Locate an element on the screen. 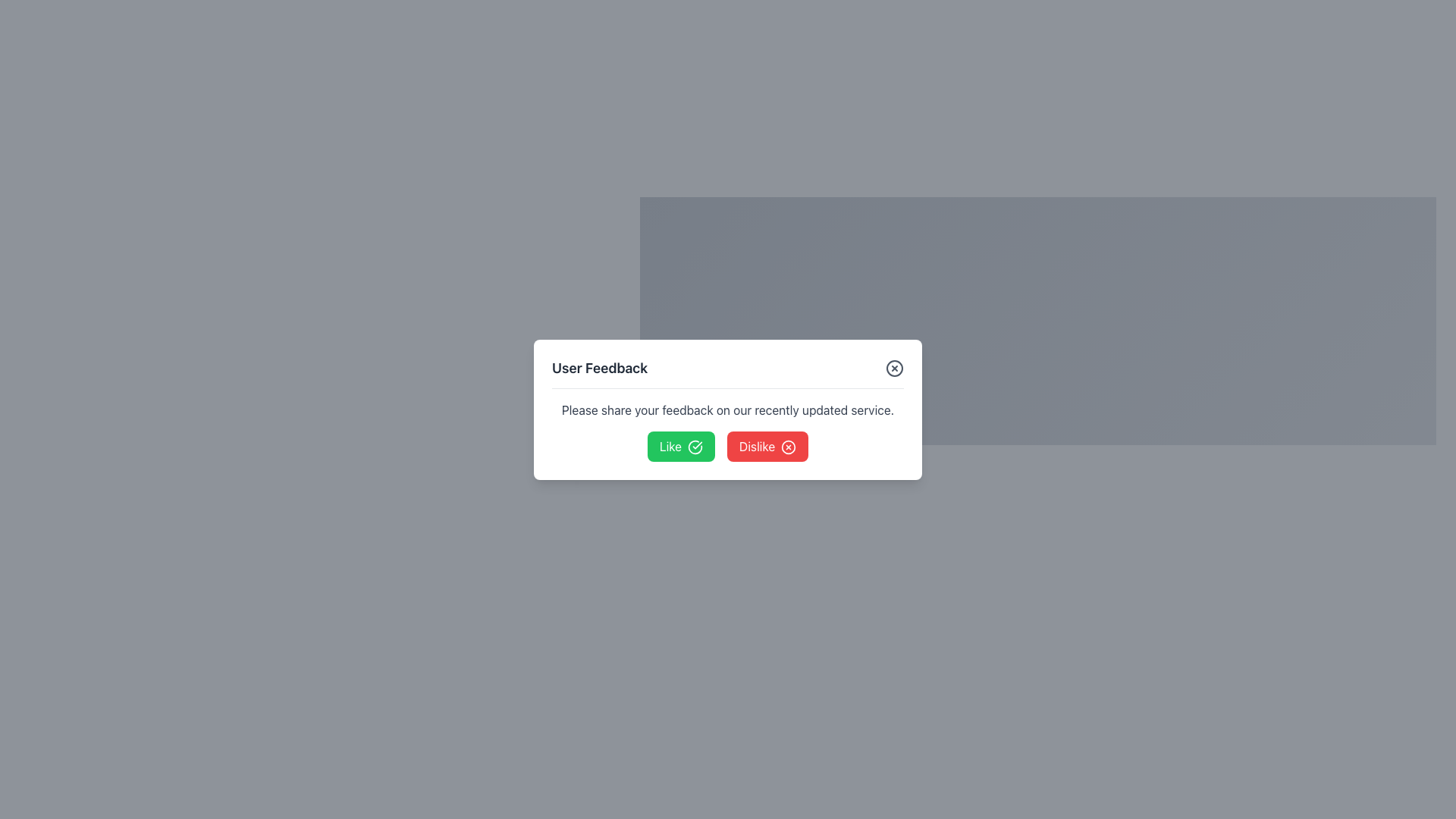  design of the confirmation icon located to the right of the 'Like' button in the feedback dialog box is located at coordinates (694, 447).